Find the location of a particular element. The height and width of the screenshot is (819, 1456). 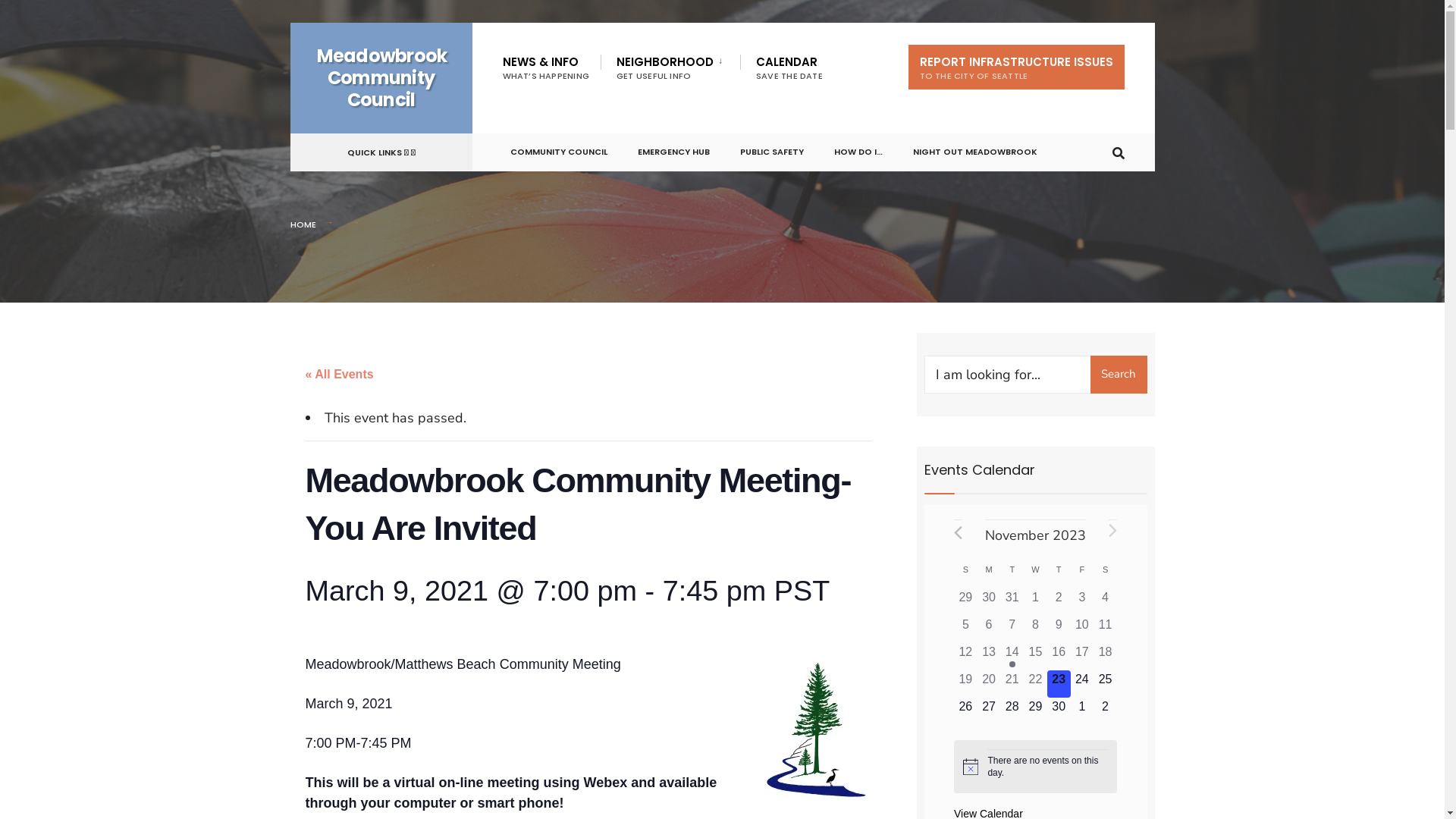

'Has events' is located at coordinates (1012, 663).